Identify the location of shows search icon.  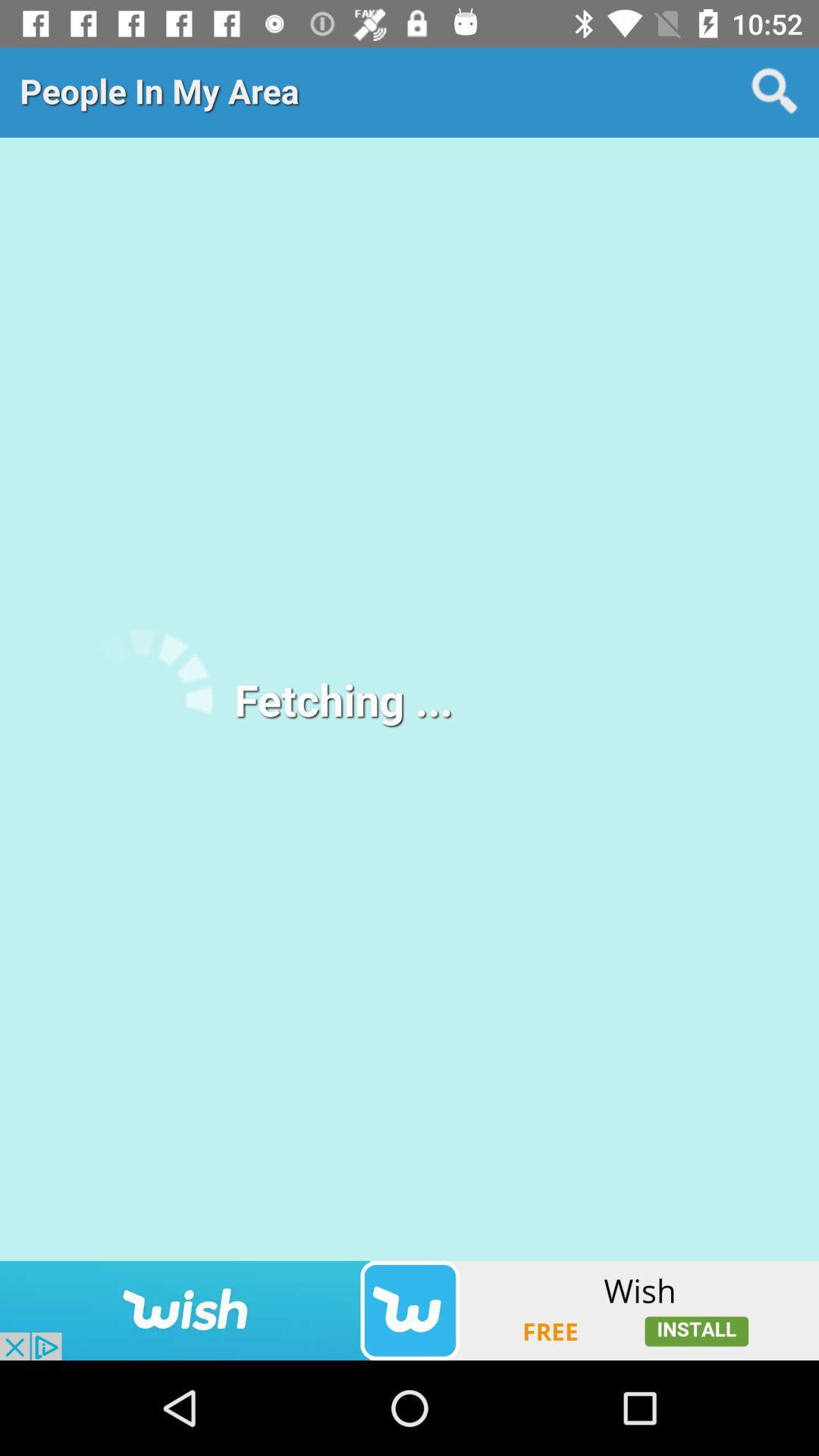
(774, 91).